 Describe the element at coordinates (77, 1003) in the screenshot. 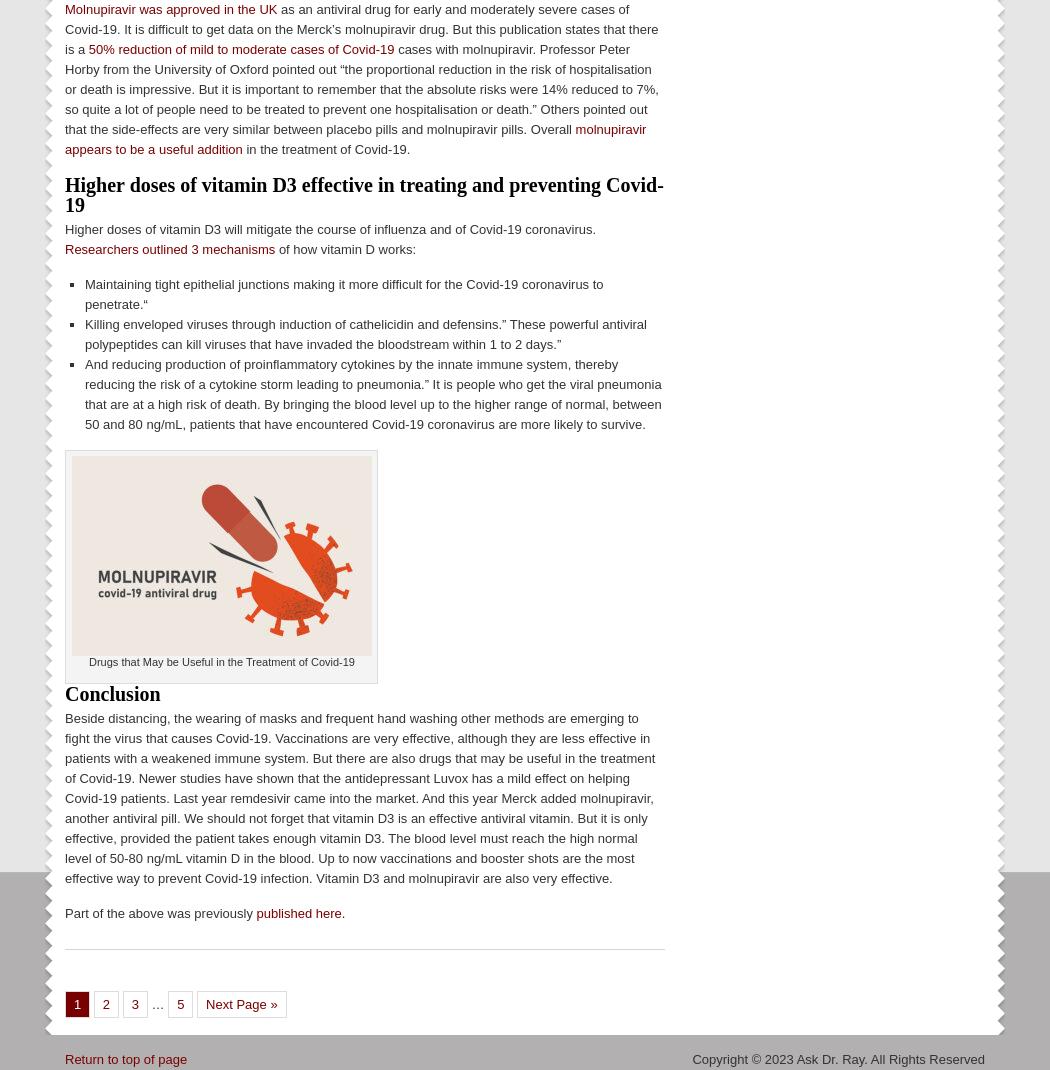

I see `'1'` at that location.